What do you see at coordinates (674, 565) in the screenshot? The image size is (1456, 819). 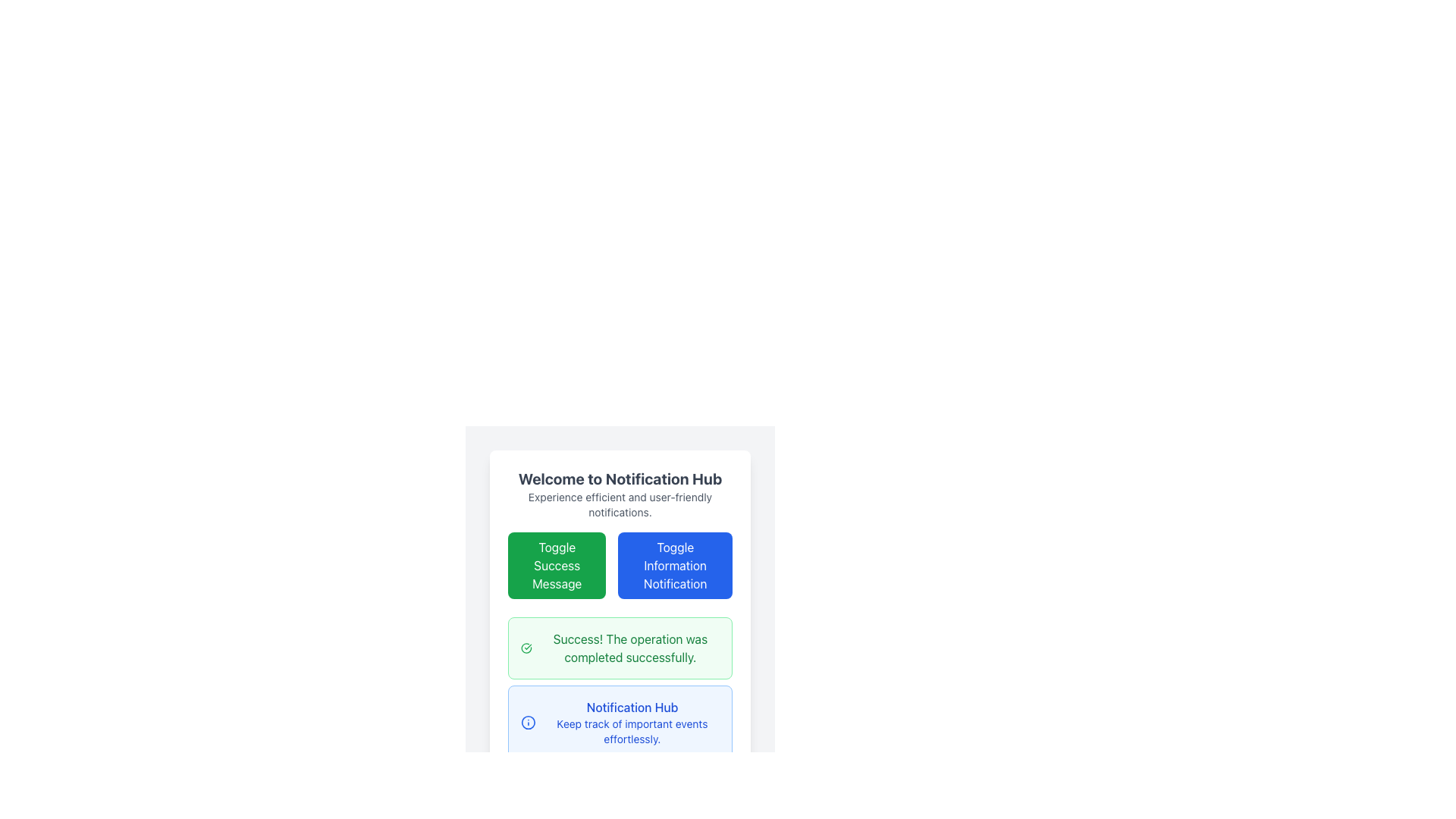 I see `the blue button labeled 'Toggle Information Notification'` at bounding box center [674, 565].